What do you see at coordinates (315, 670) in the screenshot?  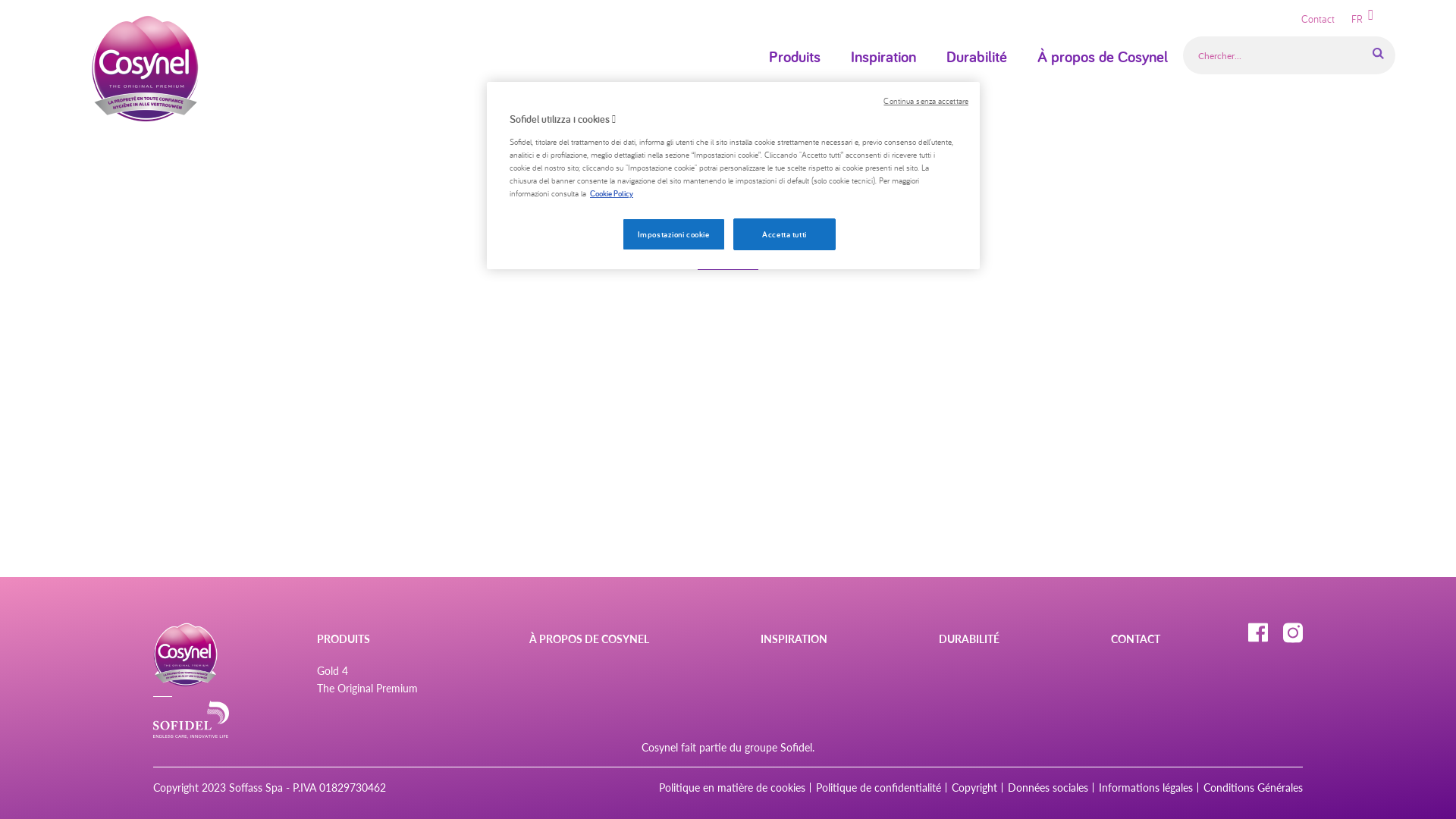 I see `'Gold 4'` at bounding box center [315, 670].